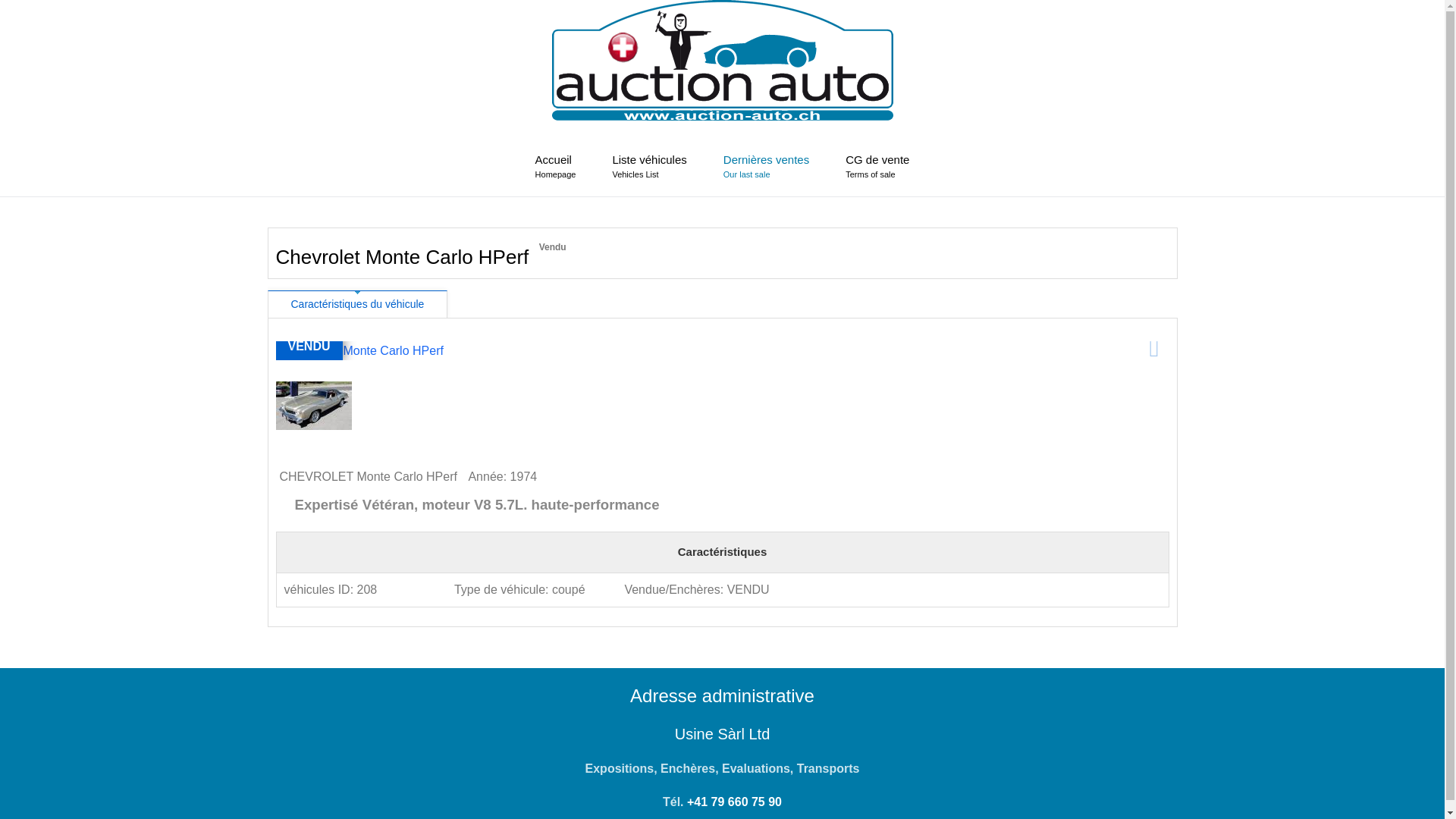  I want to click on 'CG de vente, so click(877, 166).